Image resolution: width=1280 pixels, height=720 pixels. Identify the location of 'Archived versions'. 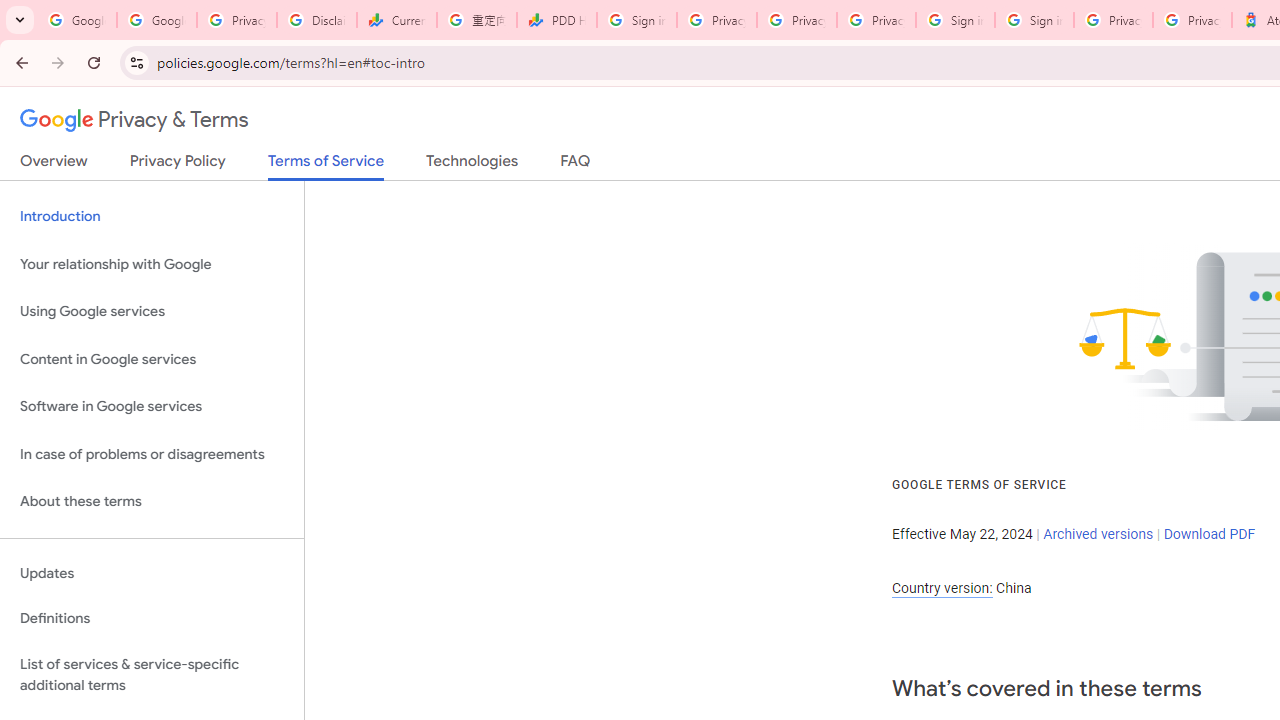
(1097, 532).